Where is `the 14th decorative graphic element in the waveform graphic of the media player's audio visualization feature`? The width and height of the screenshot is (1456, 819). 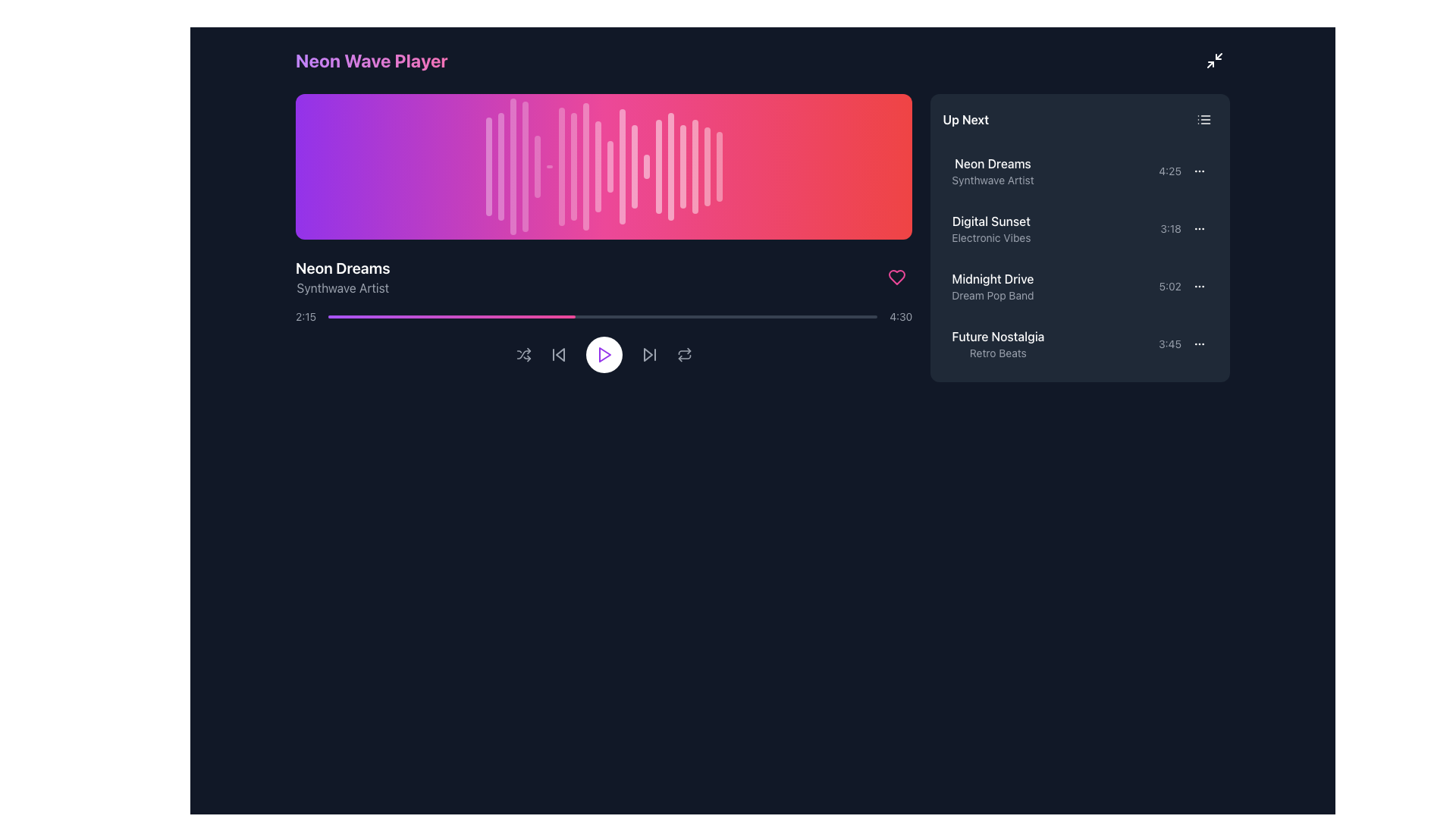
the 14th decorative graphic element in the waveform graphic of the media player's audio visualization feature is located at coordinates (646, 166).